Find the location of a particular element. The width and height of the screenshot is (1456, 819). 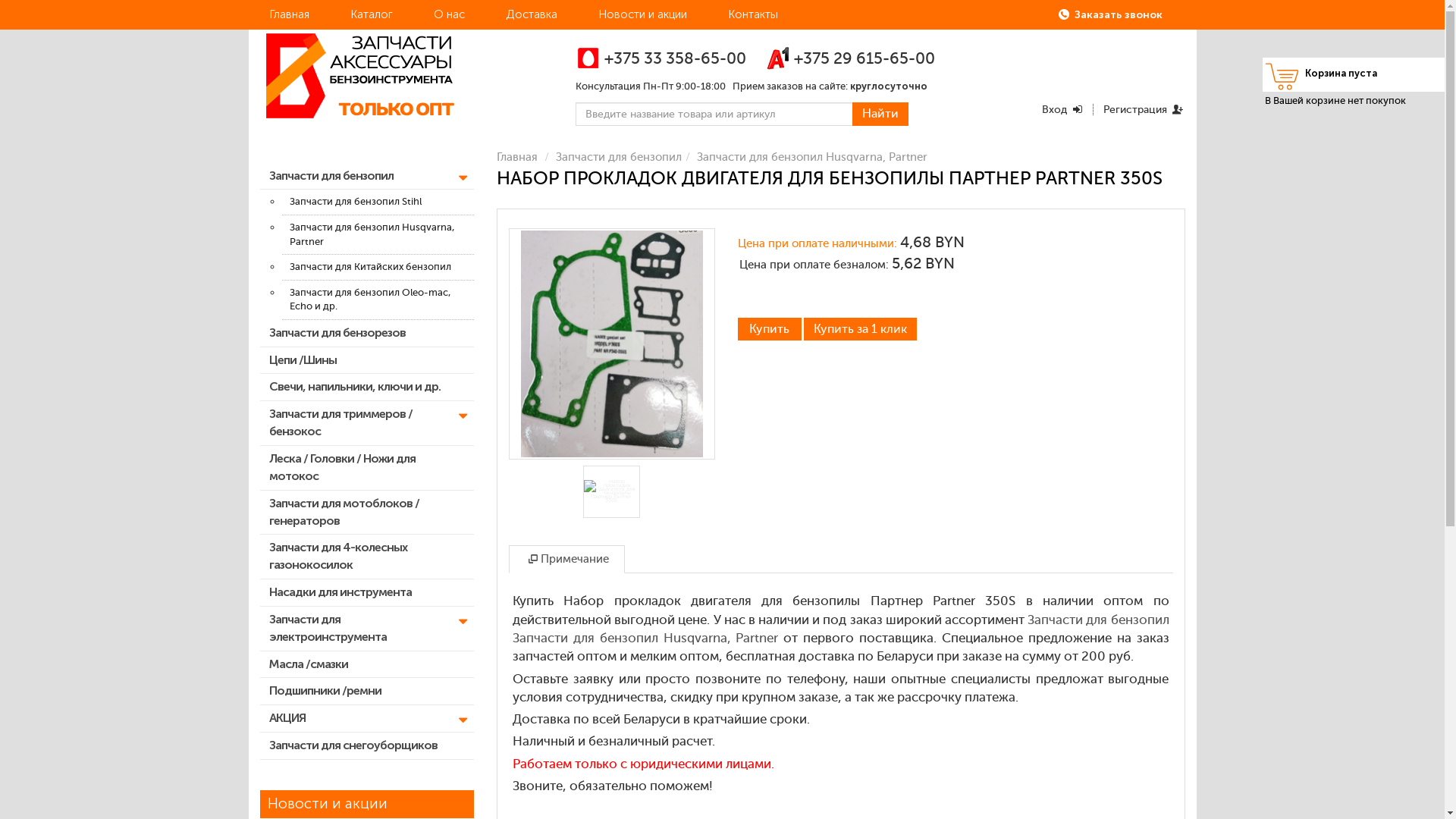

'+375 29 615-65-00' is located at coordinates (850, 58).